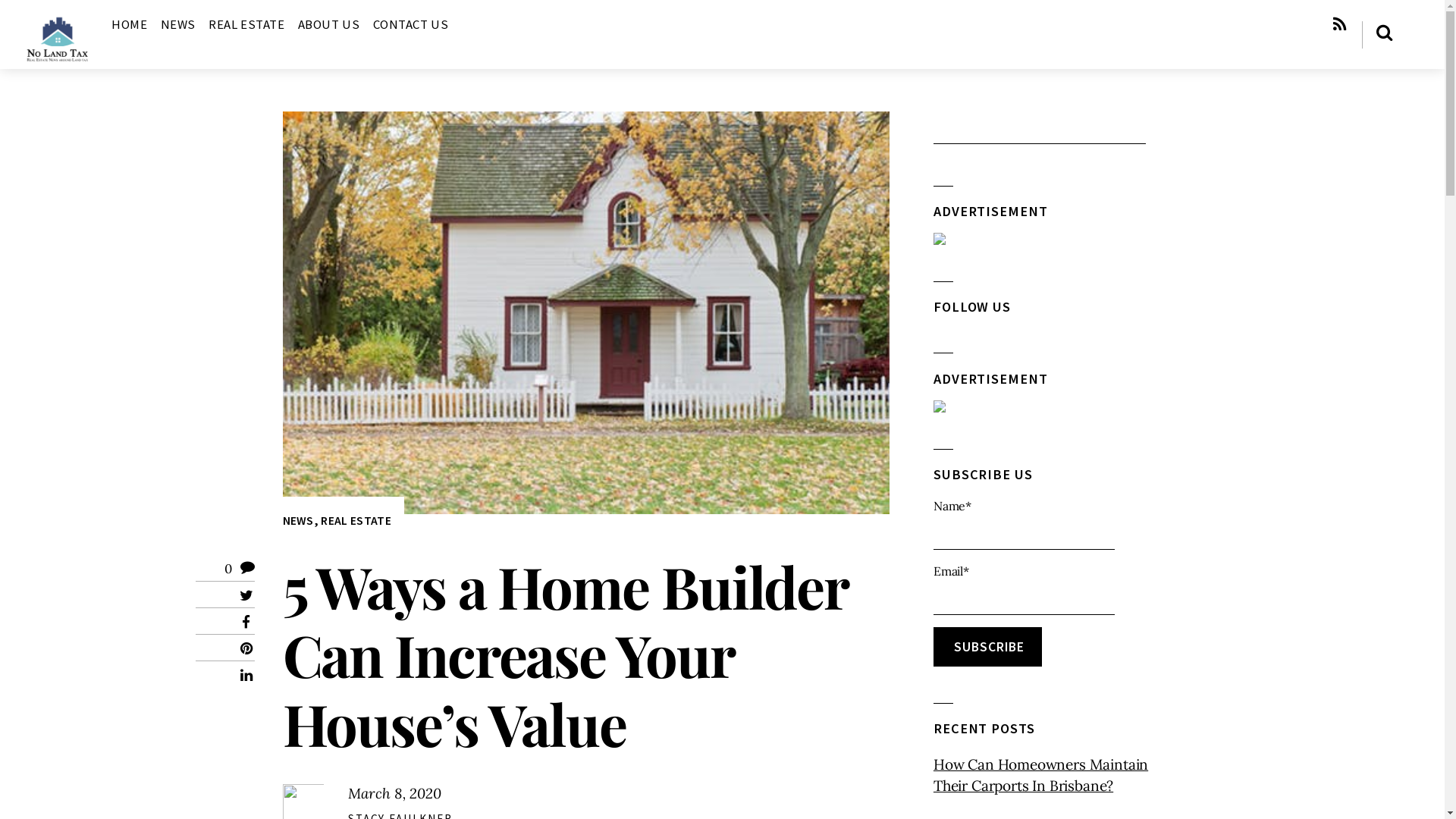  Describe the element at coordinates (246, 648) in the screenshot. I see `'Pinterest'` at that location.